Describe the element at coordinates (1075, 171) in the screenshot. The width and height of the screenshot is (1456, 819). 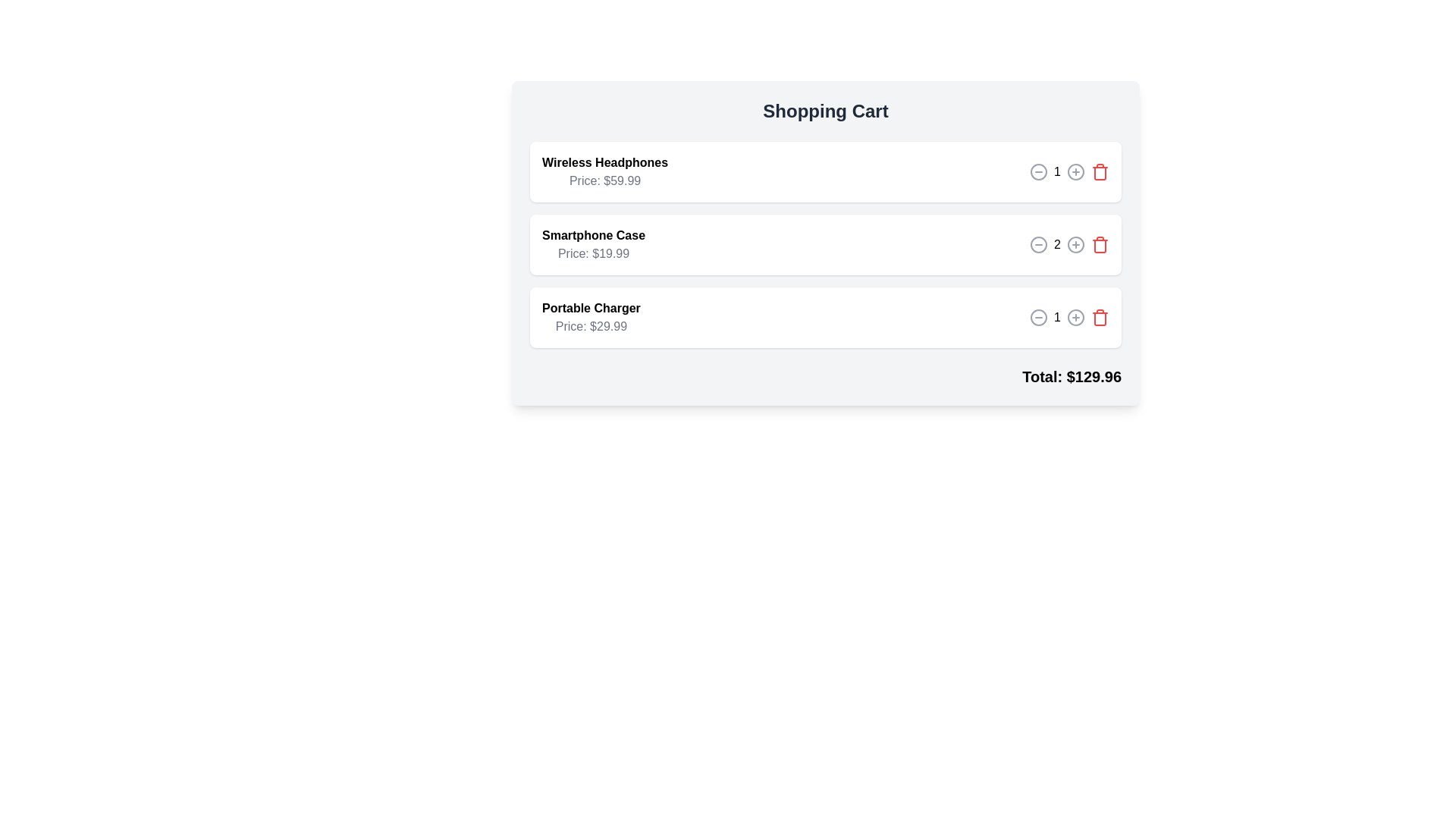
I see `plus button for the item identified by Wireless Headphones` at that location.